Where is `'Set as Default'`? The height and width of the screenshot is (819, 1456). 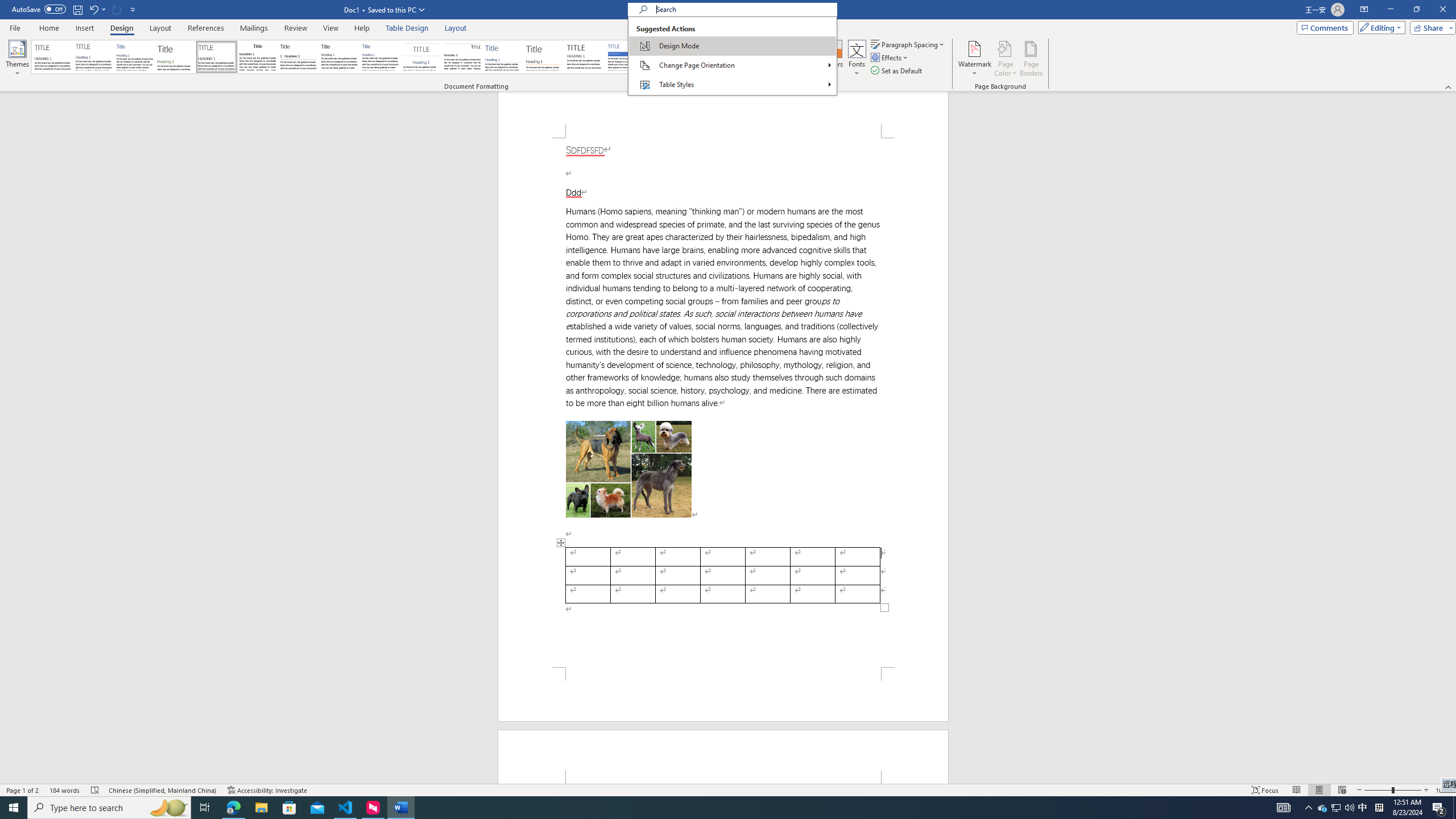 'Set as Default' is located at coordinates (897, 69).